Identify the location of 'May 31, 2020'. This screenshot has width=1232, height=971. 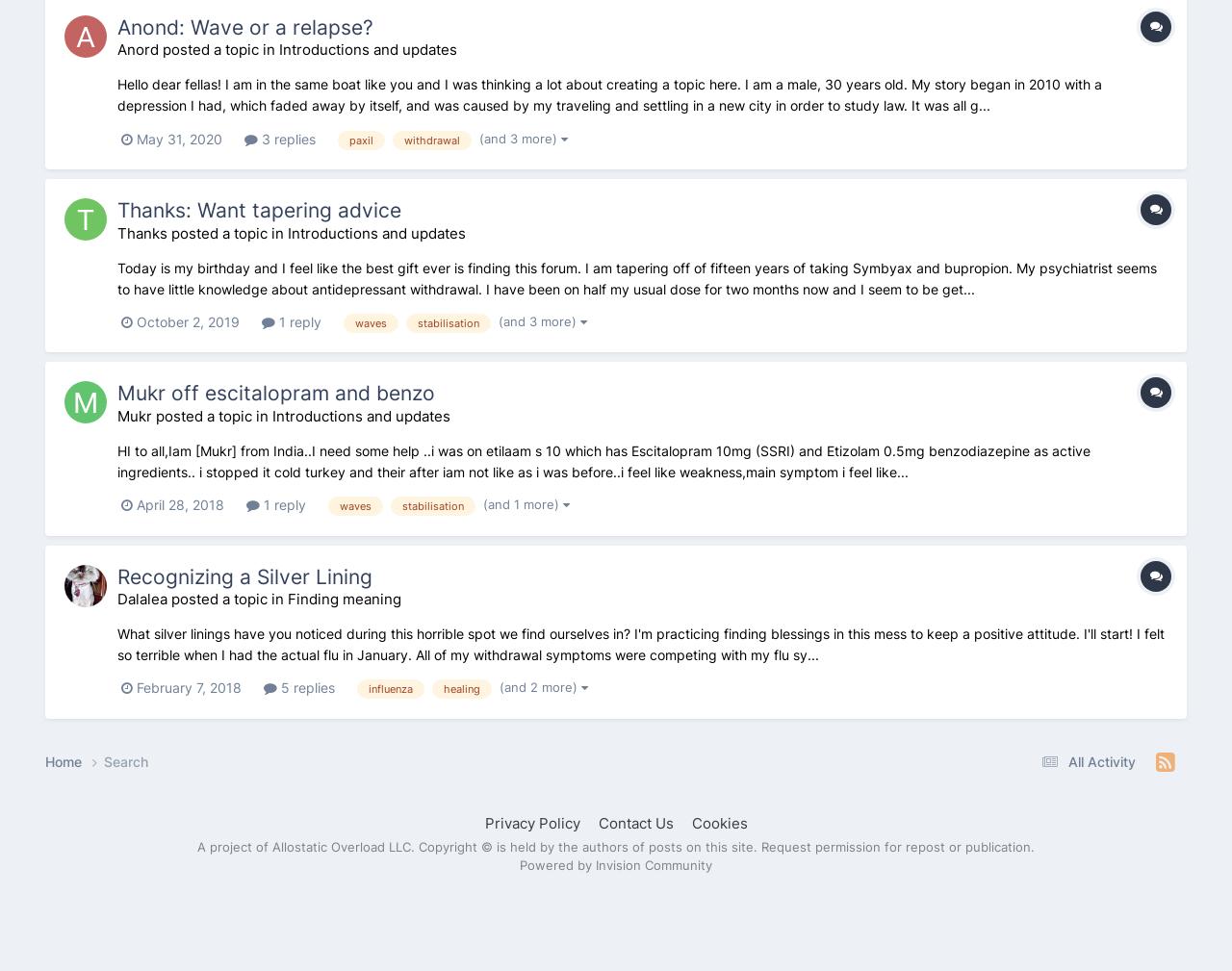
(135, 137).